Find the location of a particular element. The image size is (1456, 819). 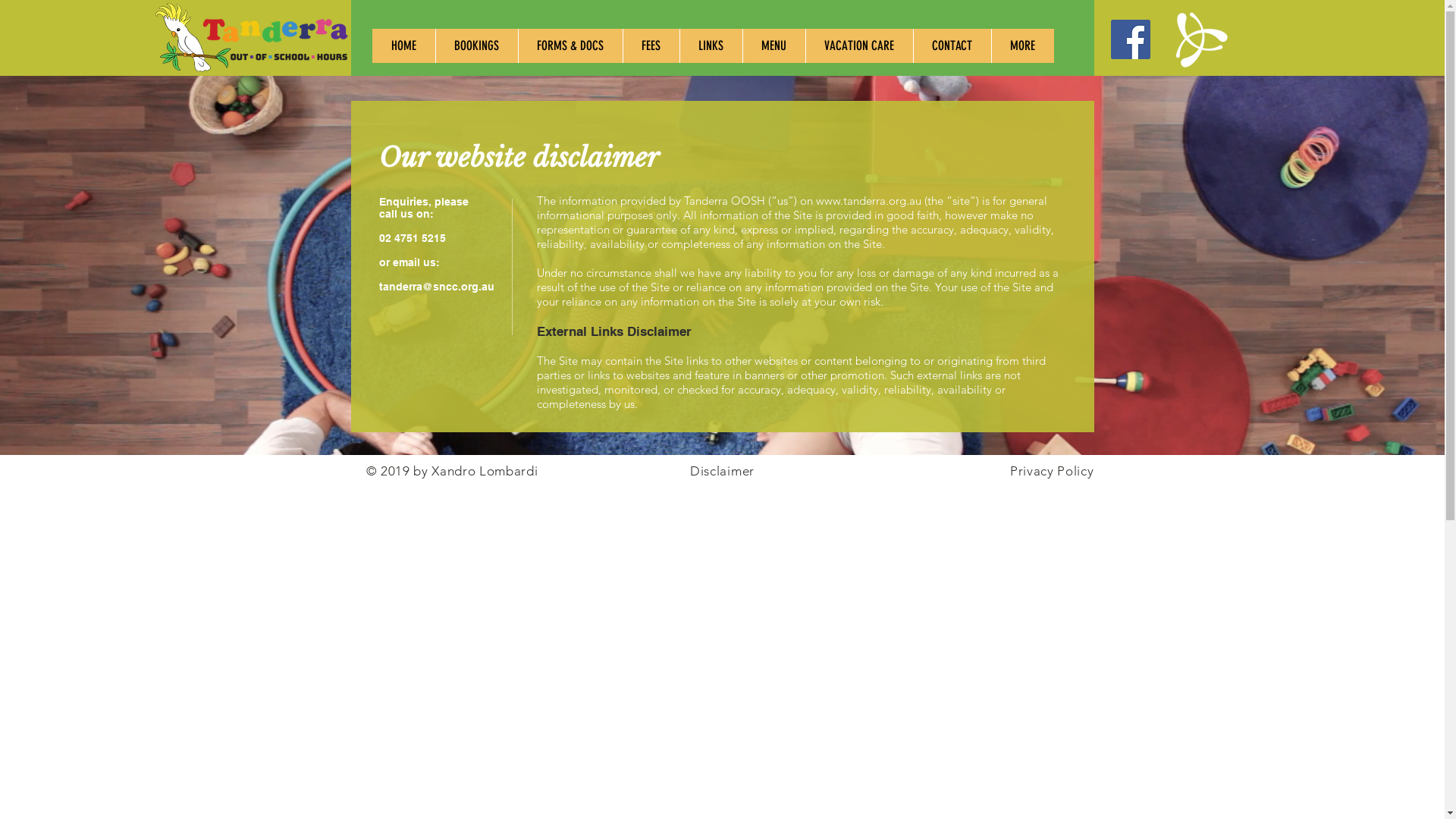

'Disclaimer' is located at coordinates (721, 470).